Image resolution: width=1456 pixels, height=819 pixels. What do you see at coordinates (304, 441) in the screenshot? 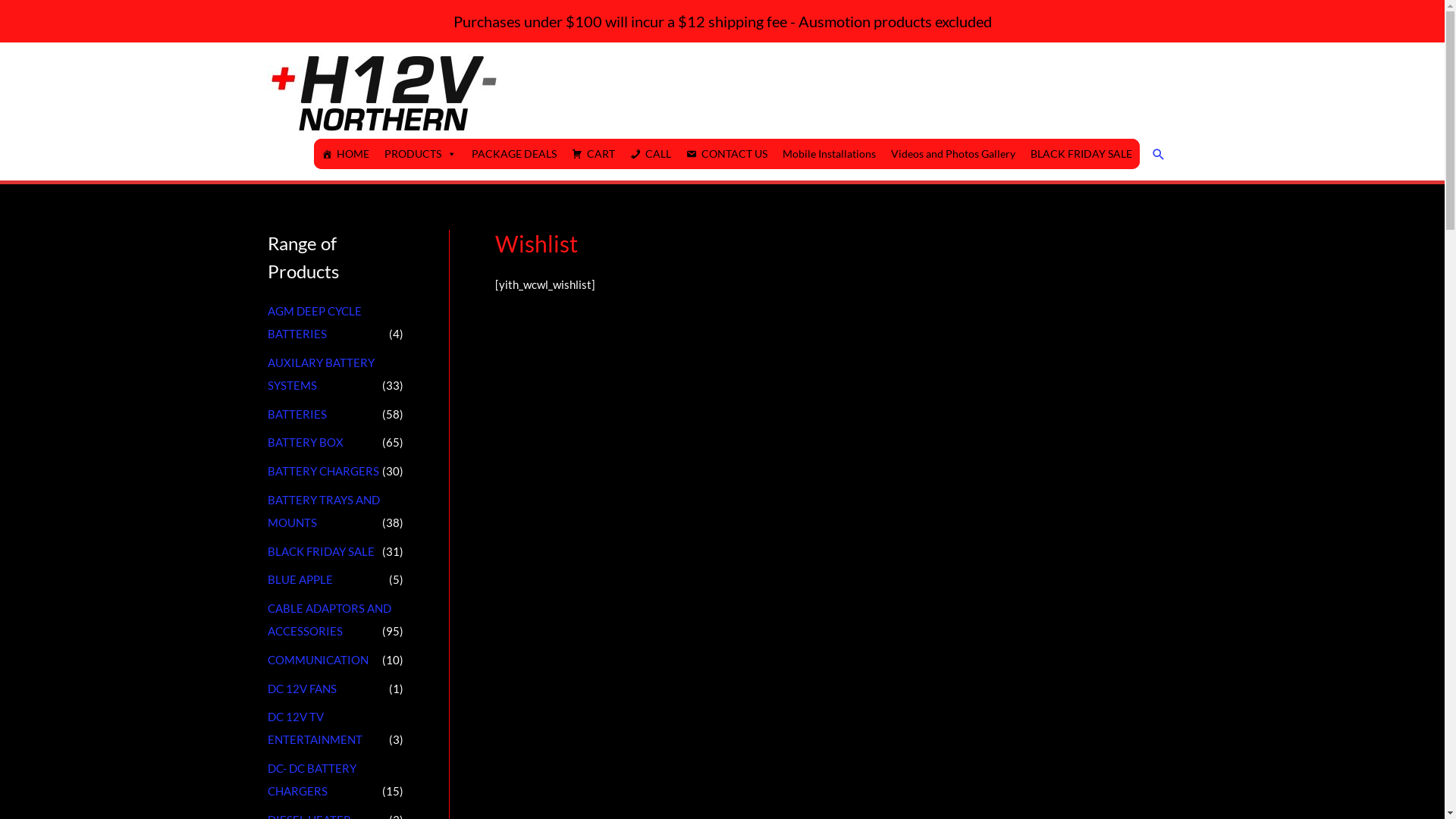
I see `'BATTERY BOX'` at bounding box center [304, 441].